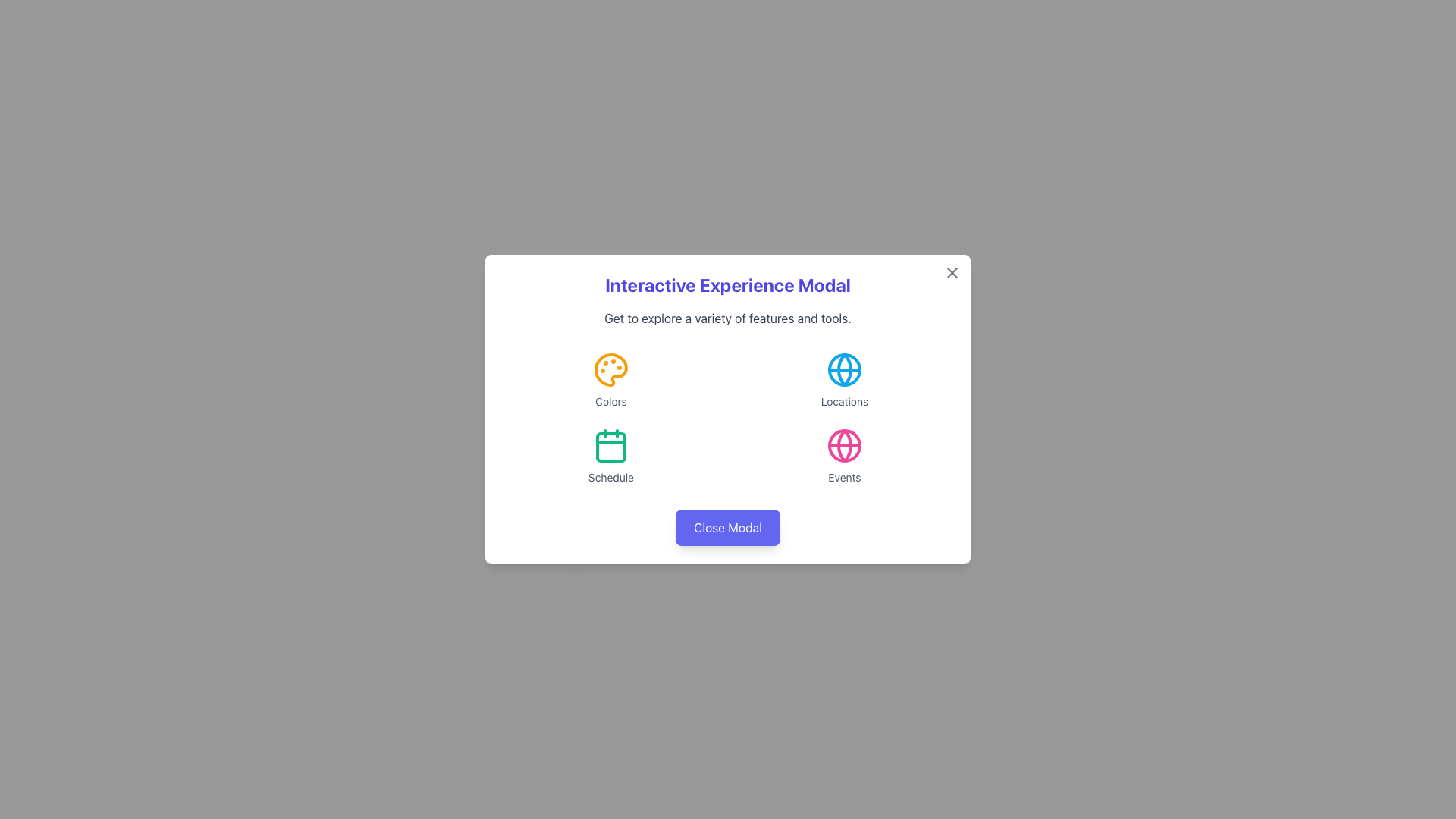 The image size is (1456, 819). Describe the element at coordinates (728, 526) in the screenshot. I see `the 'Close Modal' button, which is a rectangular button with a rounded border, purple background, and white text, located near the bottom center of the modal window` at that location.